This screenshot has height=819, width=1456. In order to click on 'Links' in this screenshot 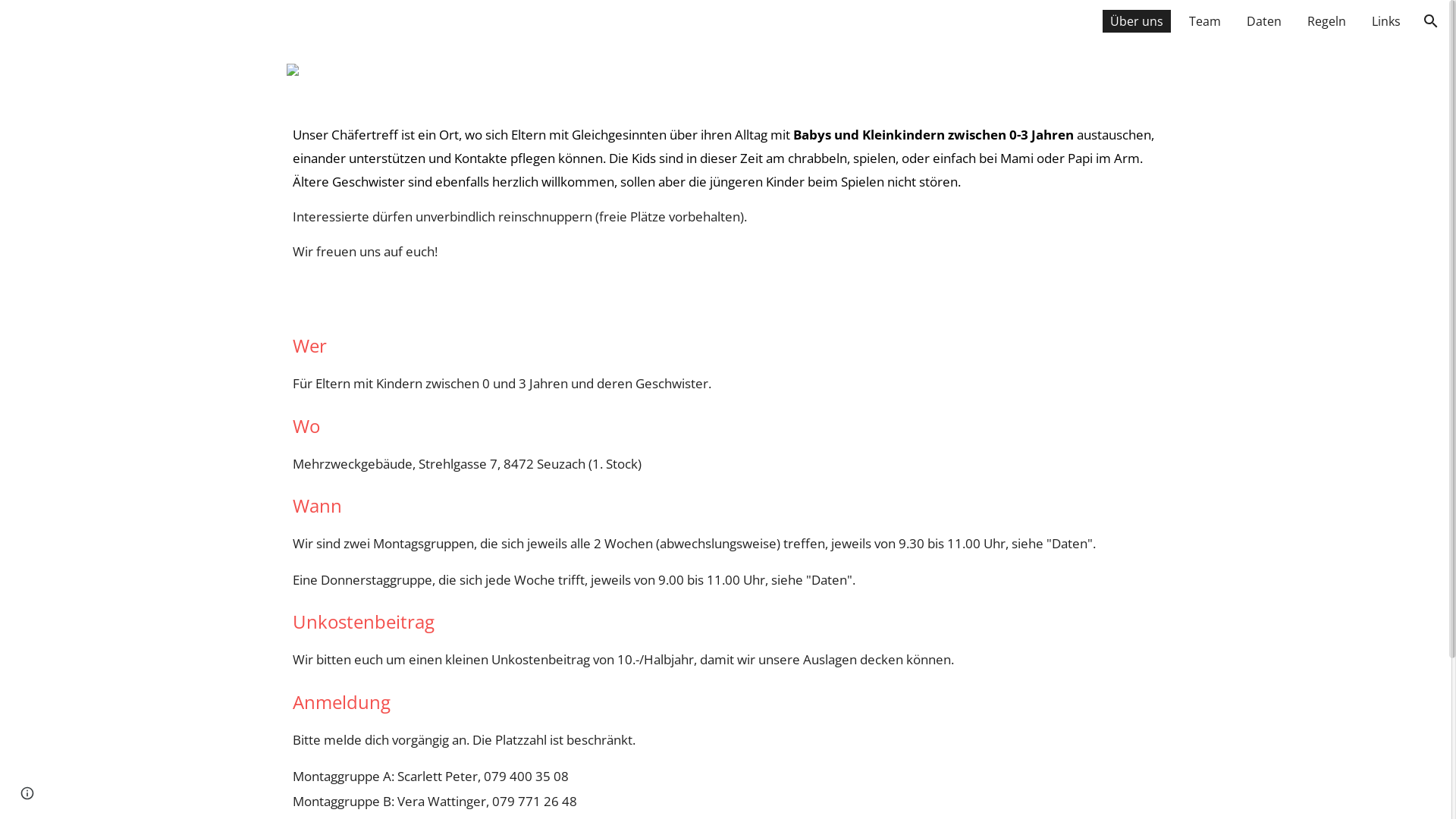, I will do `click(1386, 20)`.